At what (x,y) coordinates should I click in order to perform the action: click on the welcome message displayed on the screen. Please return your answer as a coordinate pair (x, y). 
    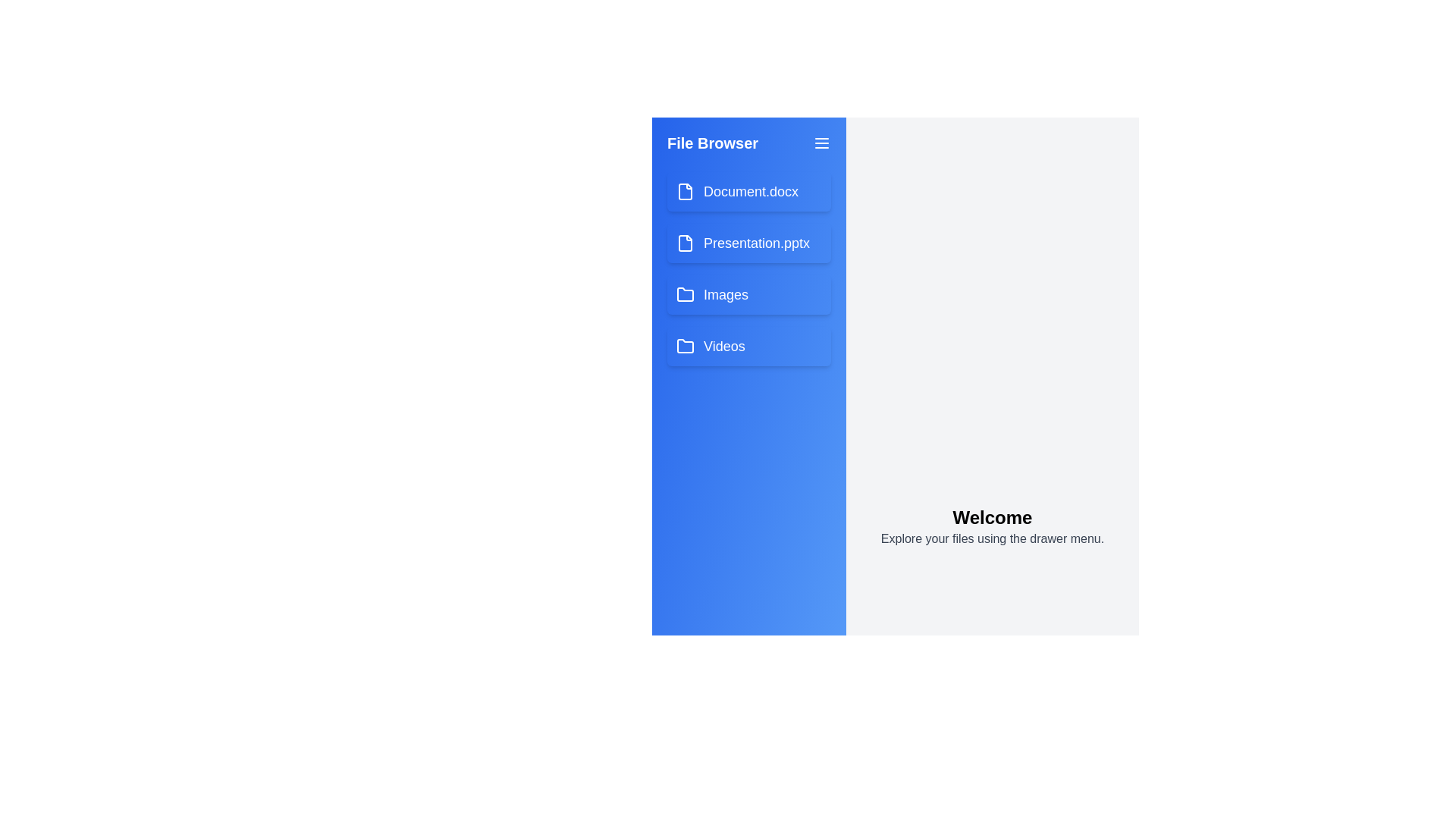
    Looking at the image, I should click on (993, 526).